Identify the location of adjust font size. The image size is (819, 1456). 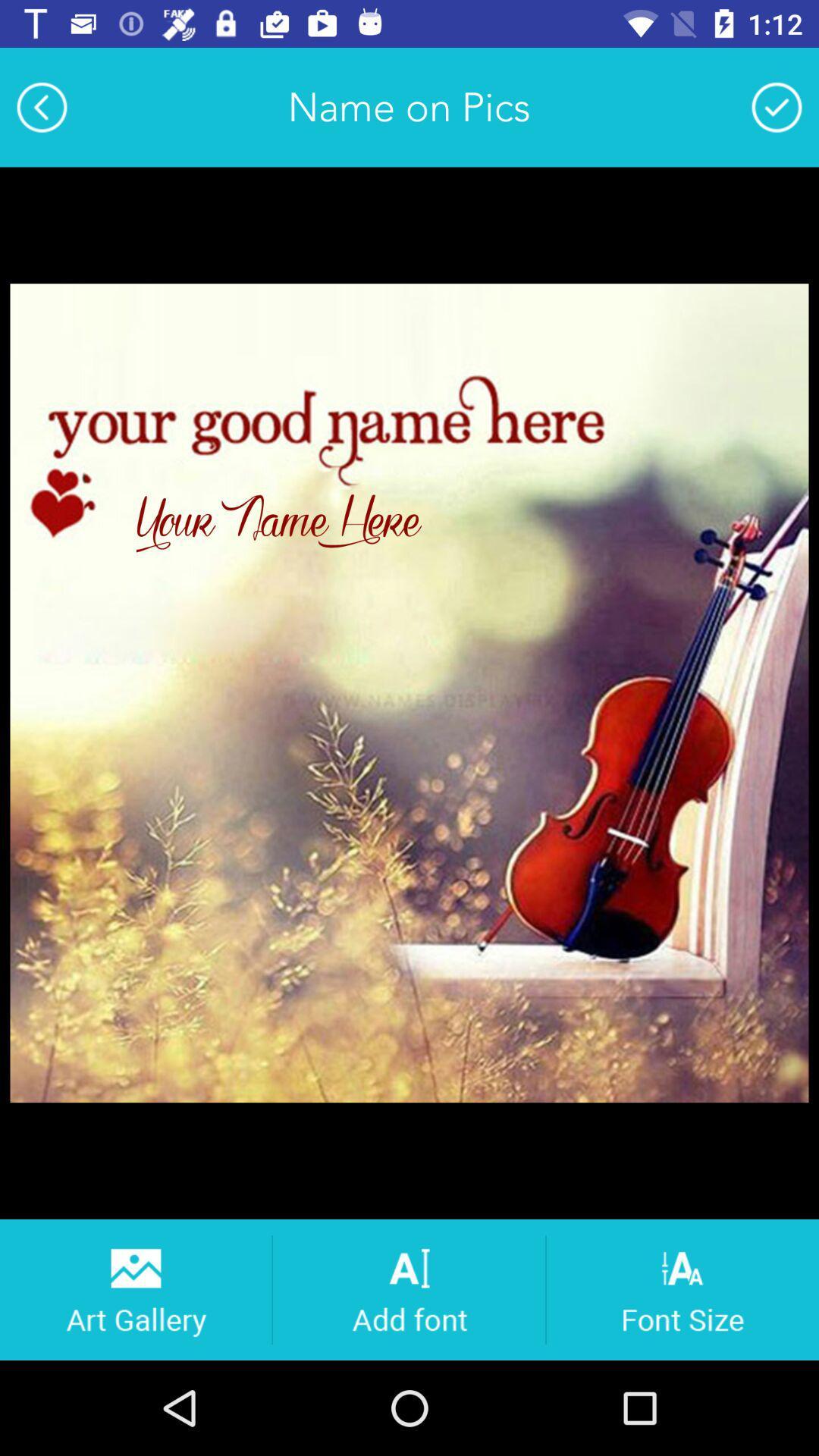
(682, 1288).